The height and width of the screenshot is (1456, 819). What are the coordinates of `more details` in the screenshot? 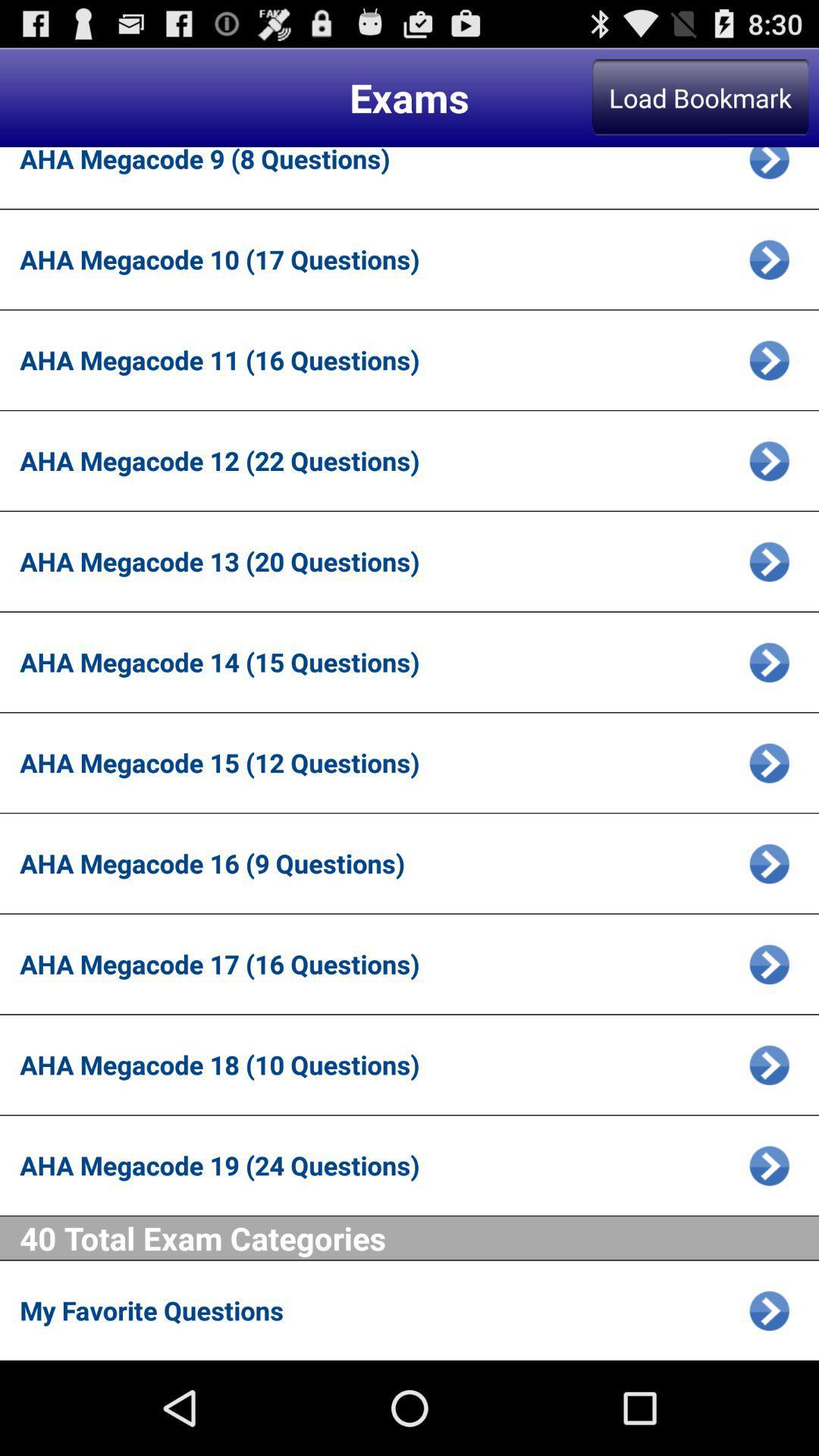 It's located at (769, 460).